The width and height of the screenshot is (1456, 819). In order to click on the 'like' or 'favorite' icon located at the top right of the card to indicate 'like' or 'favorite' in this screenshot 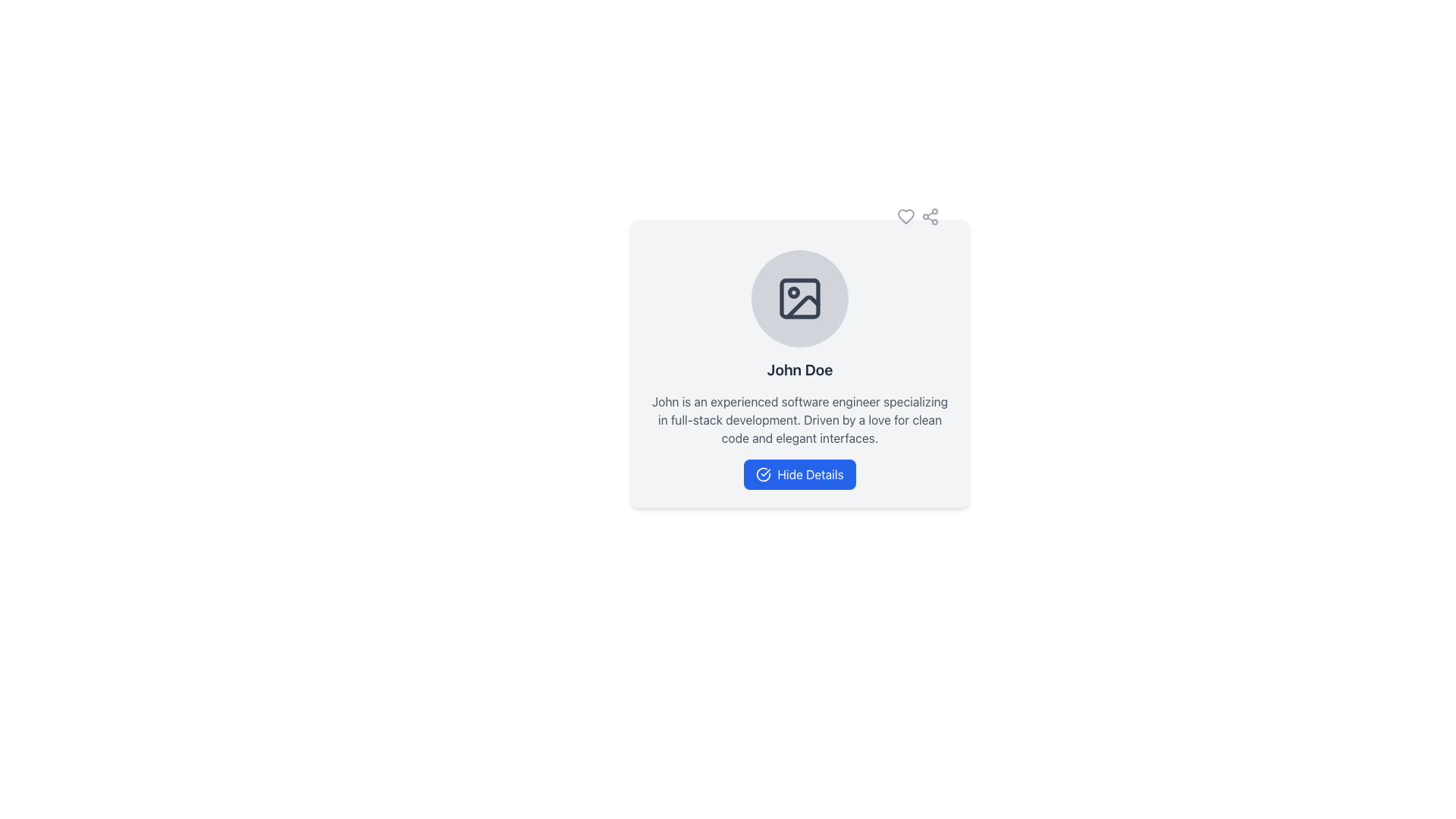, I will do `click(906, 216)`.